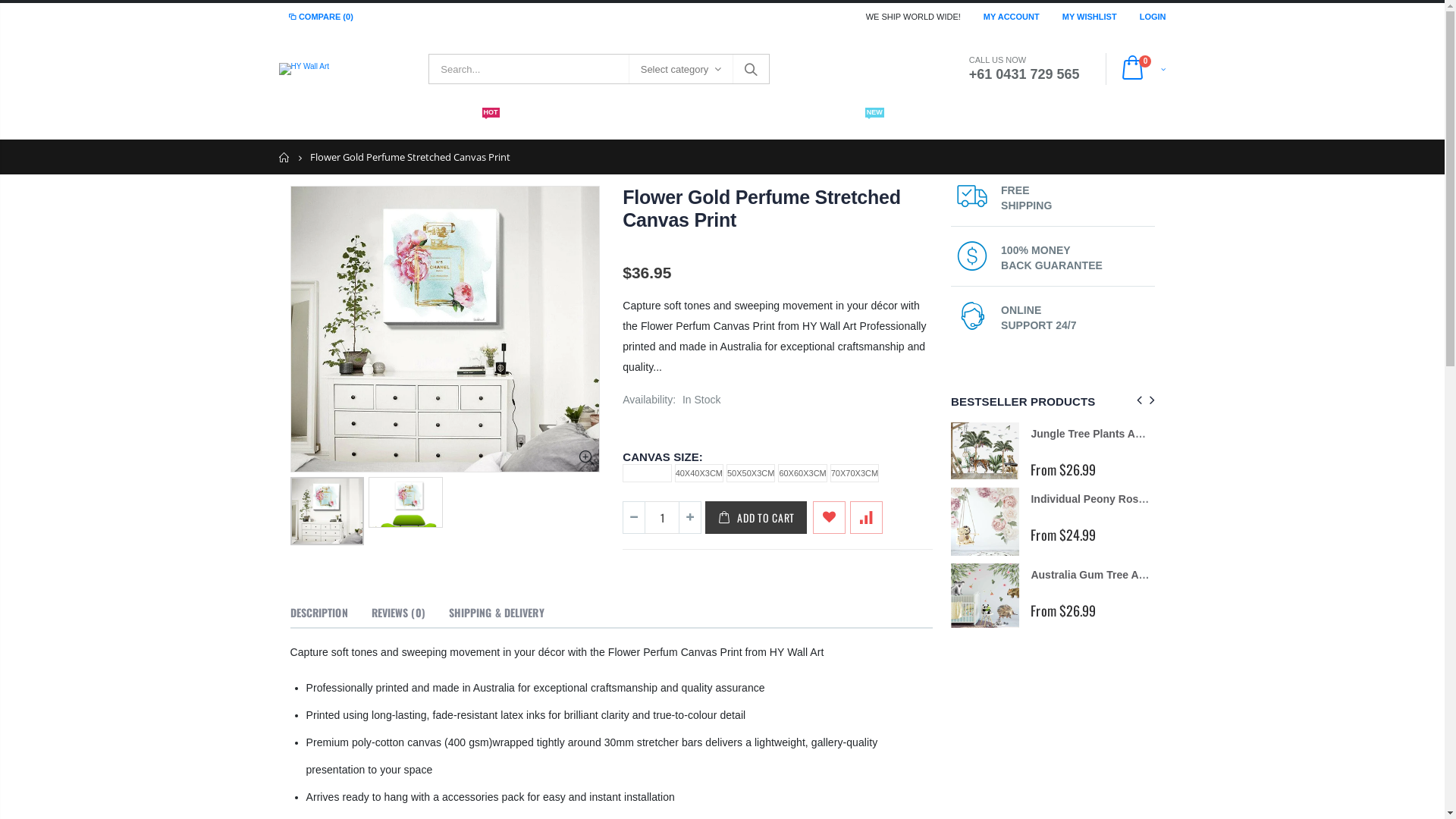  What do you see at coordinates (318, 613) in the screenshot?
I see `'DESCRIPTION'` at bounding box center [318, 613].